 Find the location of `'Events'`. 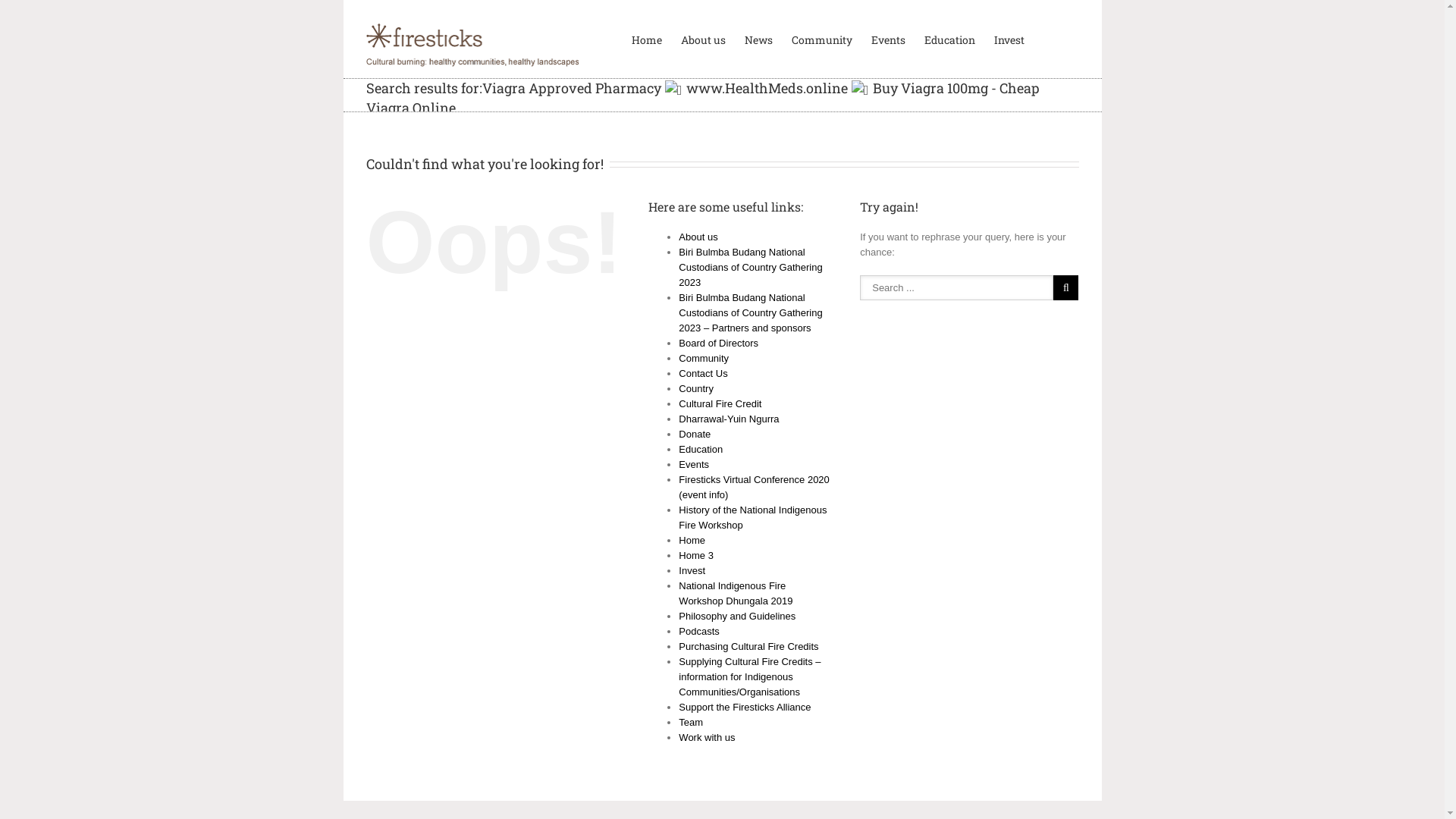

'Events' is located at coordinates (887, 38).